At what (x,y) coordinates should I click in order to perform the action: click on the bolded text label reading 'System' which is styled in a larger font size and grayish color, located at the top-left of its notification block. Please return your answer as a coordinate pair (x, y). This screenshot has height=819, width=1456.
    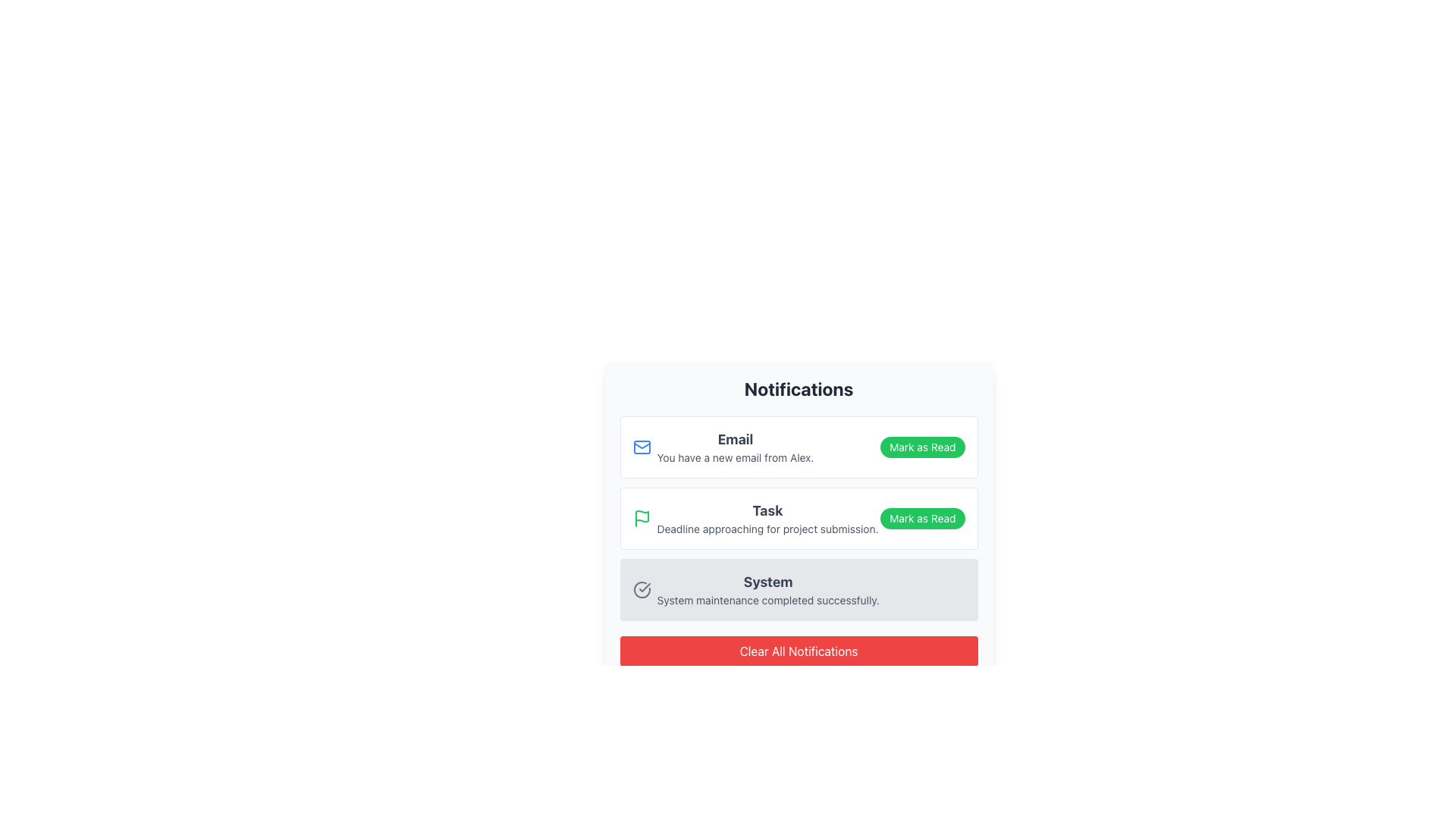
    Looking at the image, I should click on (768, 581).